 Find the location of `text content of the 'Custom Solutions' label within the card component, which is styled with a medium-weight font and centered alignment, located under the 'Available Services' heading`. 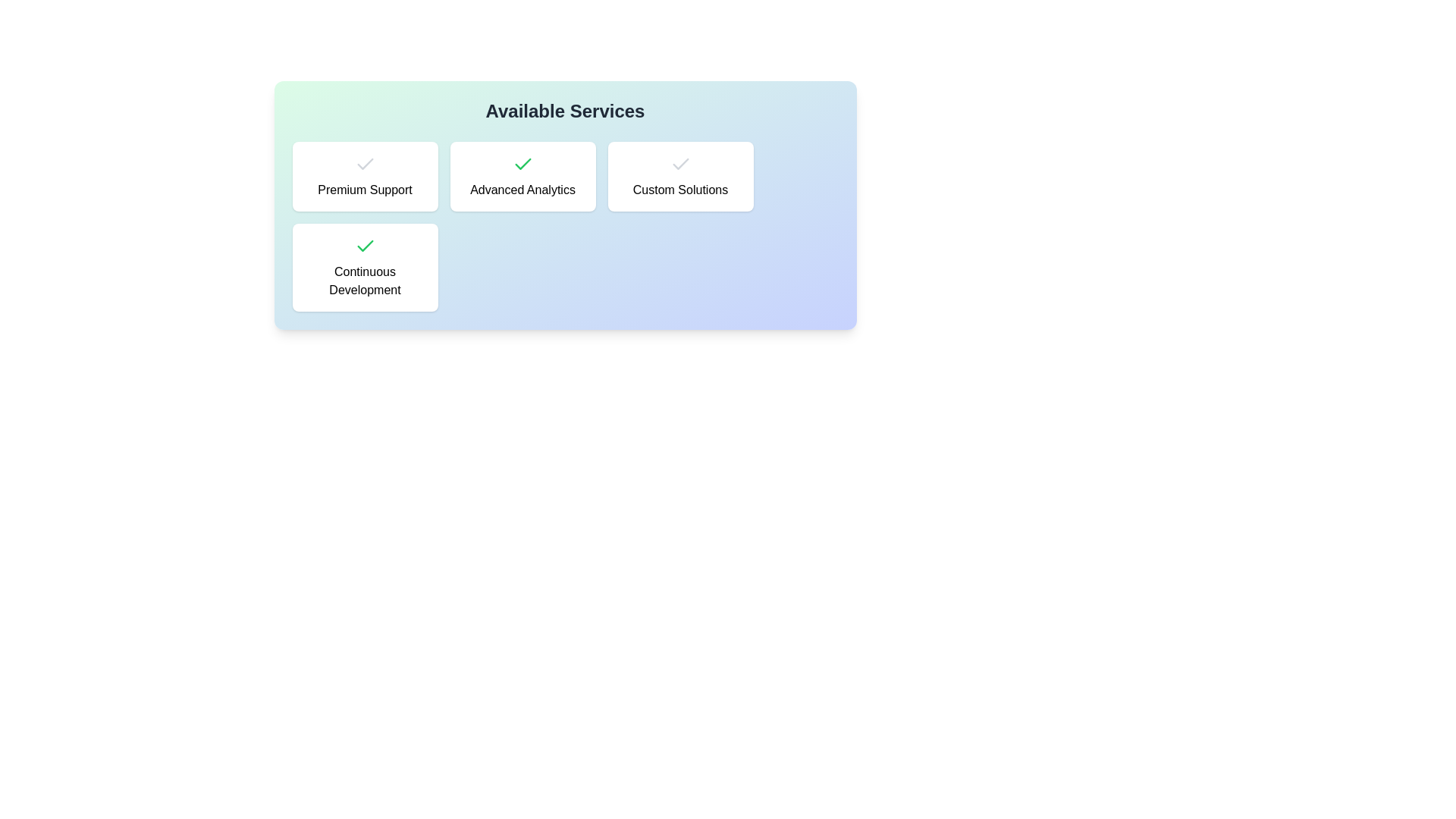

text content of the 'Custom Solutions' label within the card component, which is styled with a medium-weight font and centered alignment, located under the 'Available Services' heading is located at coordinates (679, 189).